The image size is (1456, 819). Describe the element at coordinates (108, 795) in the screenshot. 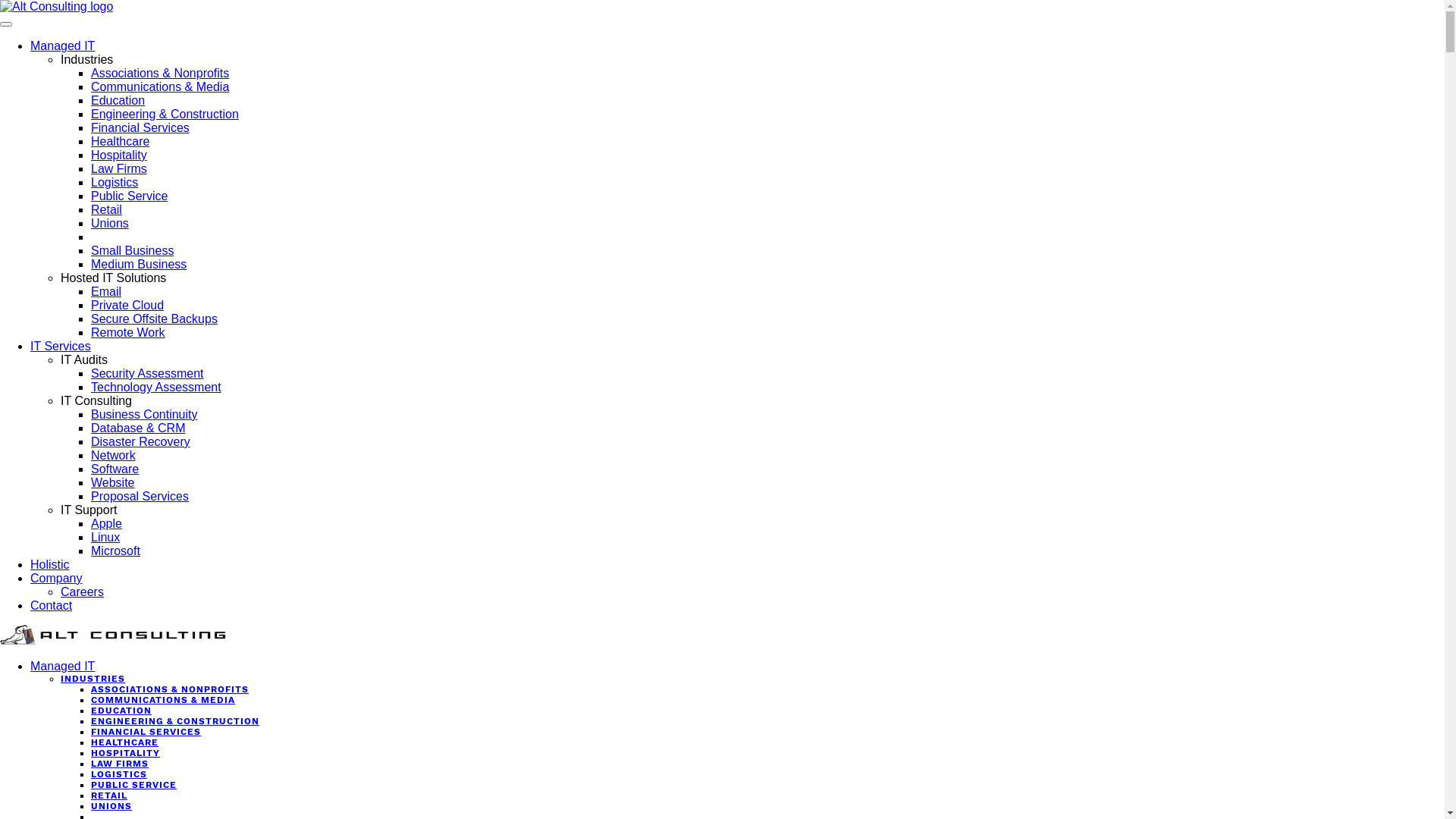

I see `'RETAIL'` at that location.